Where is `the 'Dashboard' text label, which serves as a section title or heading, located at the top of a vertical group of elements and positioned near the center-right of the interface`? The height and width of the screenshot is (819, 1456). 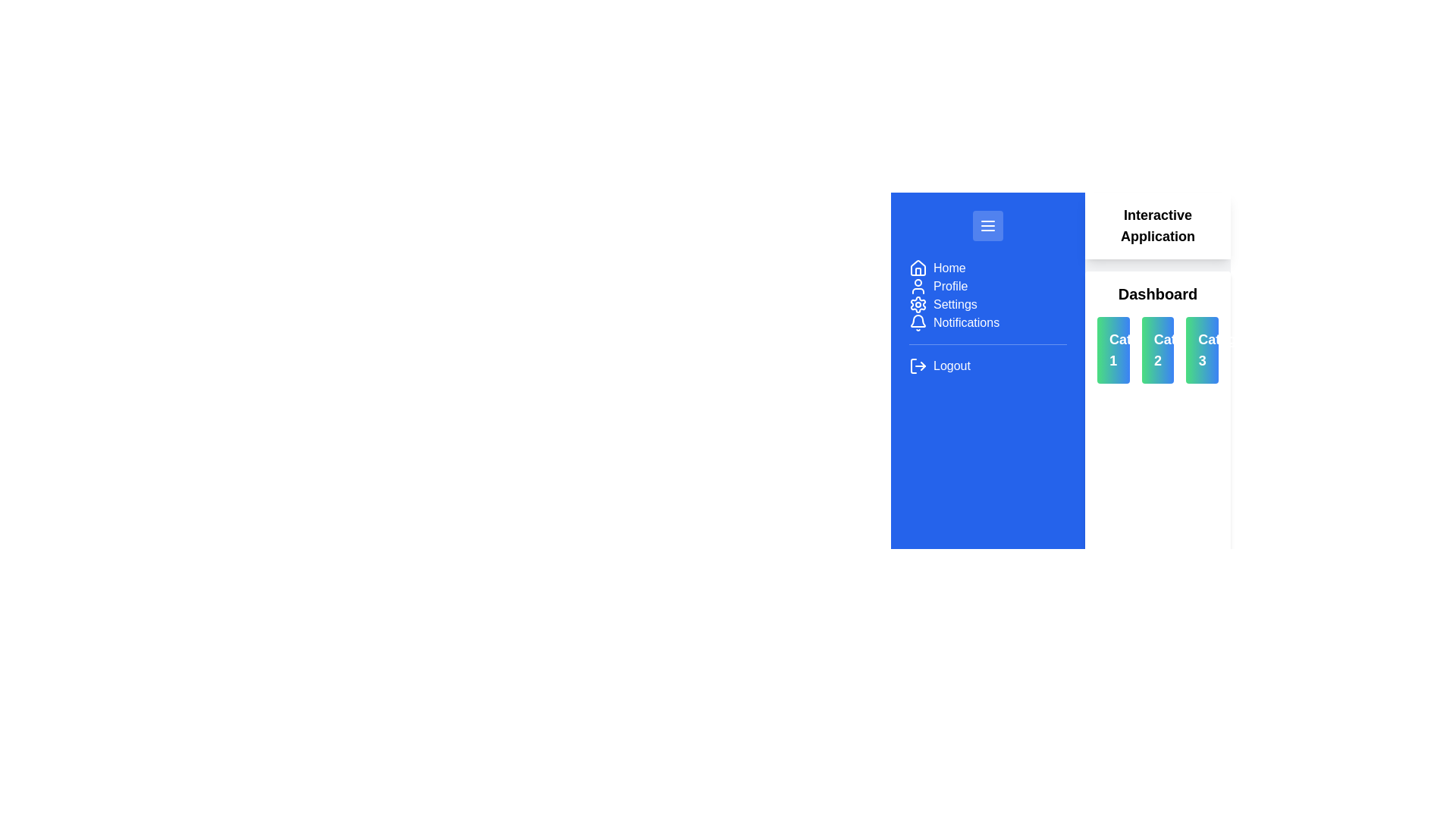
the 'Dashboard' text label, which serves as a section title or heading, located at the top of a vertical group of elements and positioned near the center-right of the interface is located at coordinates (1156, 294).